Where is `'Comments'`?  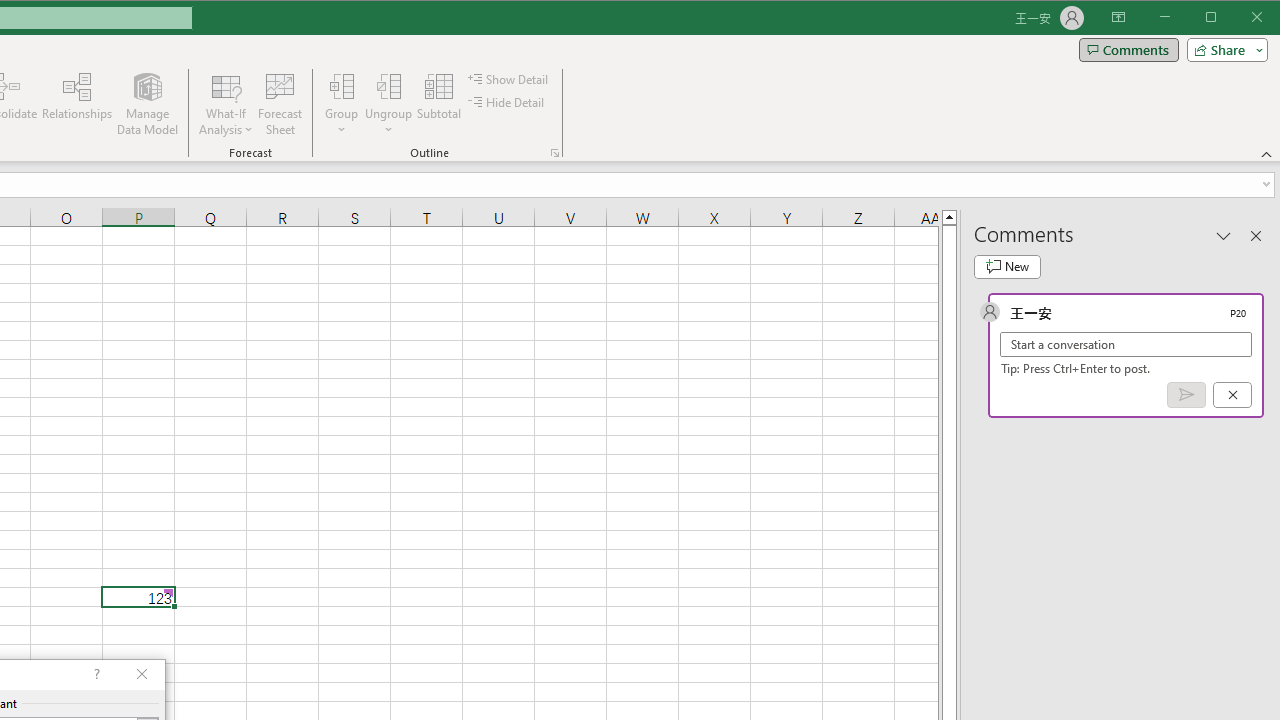 'Comments' is located at coordinates (1128, 49).